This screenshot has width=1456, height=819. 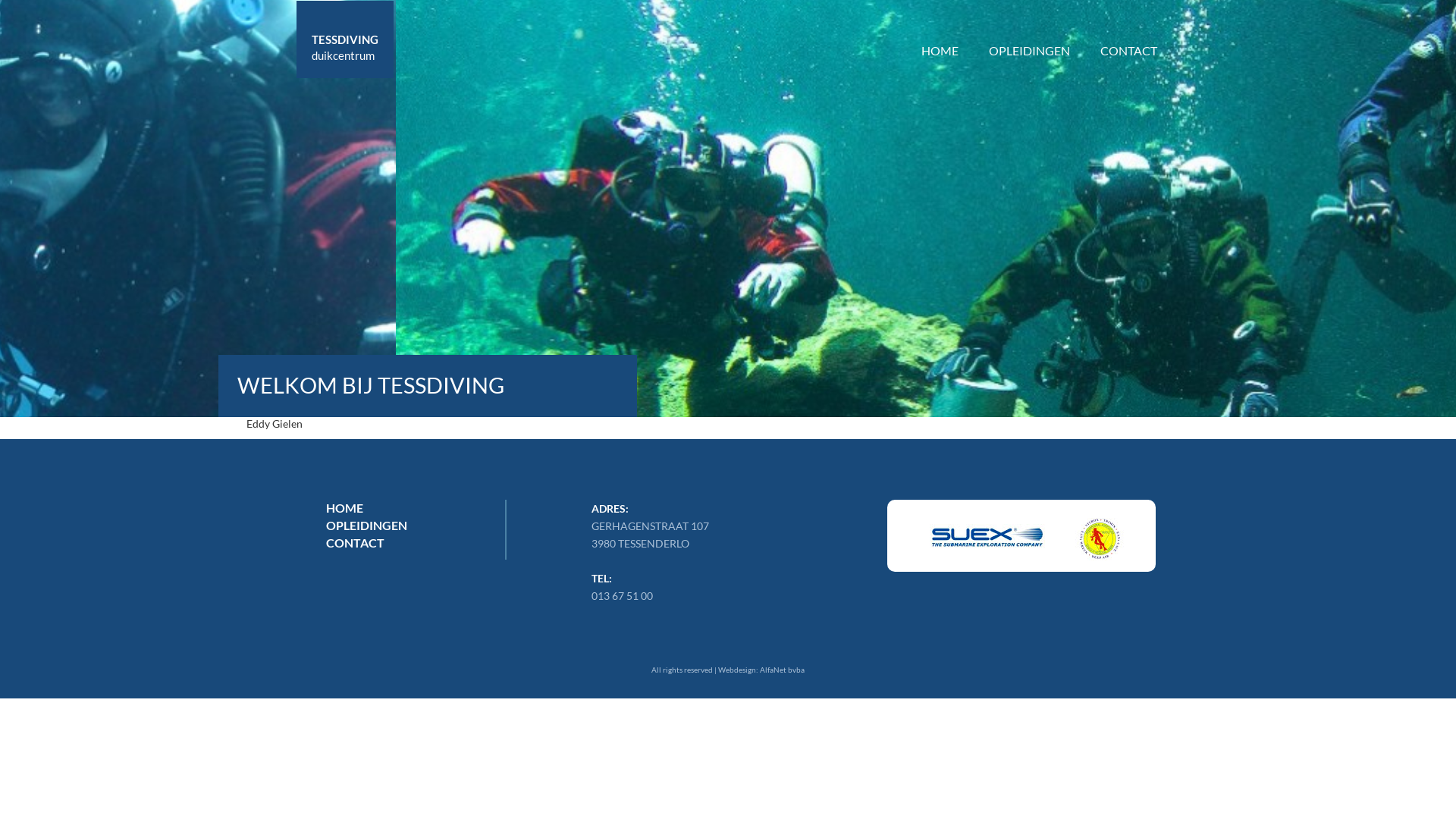 What do you see at coordinates (1029, 29) in the screenshot?
I see `'OPLEIDINGEN'` at bounding box center [1029, 29].